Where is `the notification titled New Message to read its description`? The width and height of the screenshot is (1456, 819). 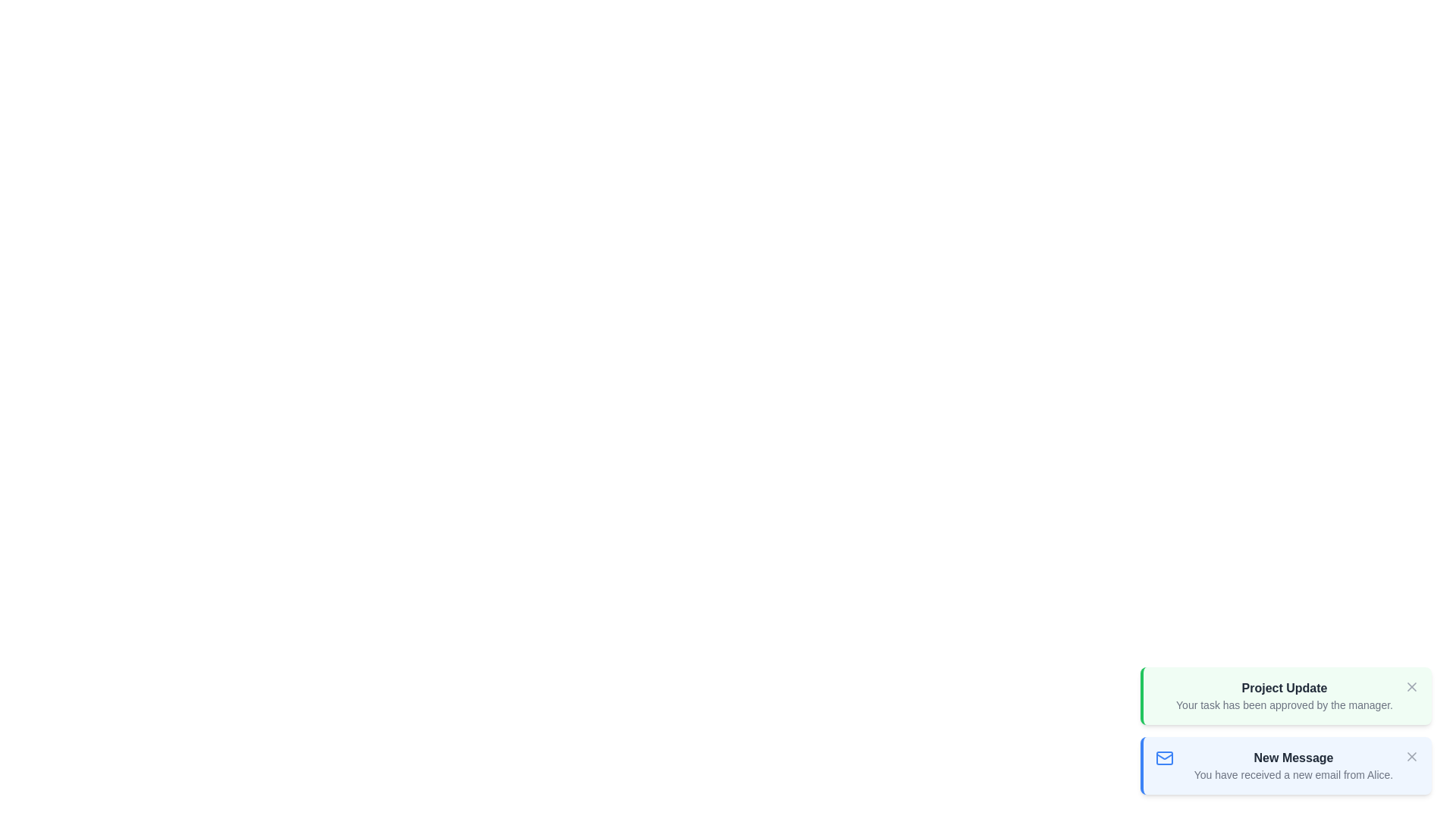
the notification titled New Message to read its description is located at coordinates (1292, 766).